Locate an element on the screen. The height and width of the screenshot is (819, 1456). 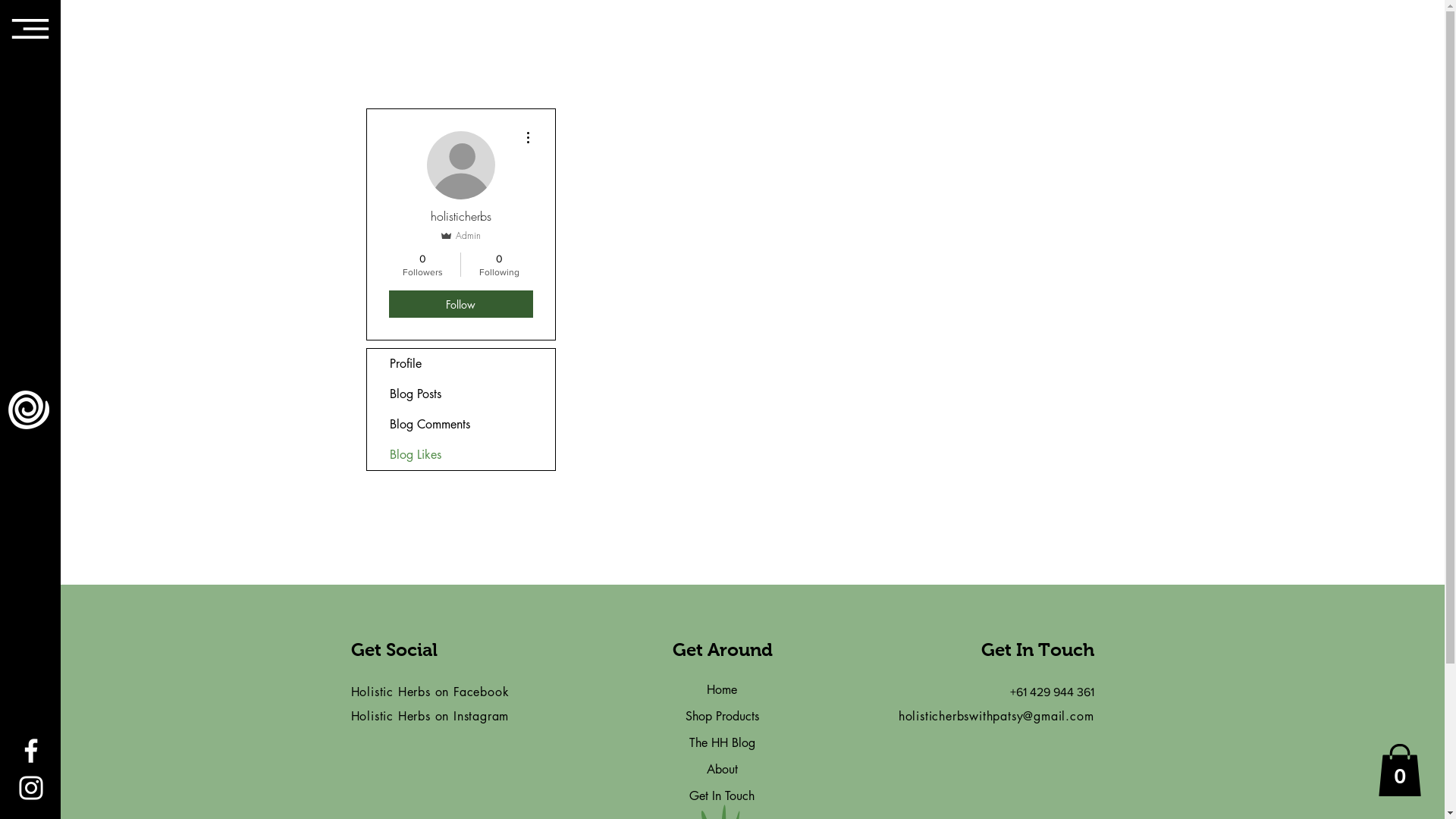
'Blog Posts' is located at coordinates (460, 394).